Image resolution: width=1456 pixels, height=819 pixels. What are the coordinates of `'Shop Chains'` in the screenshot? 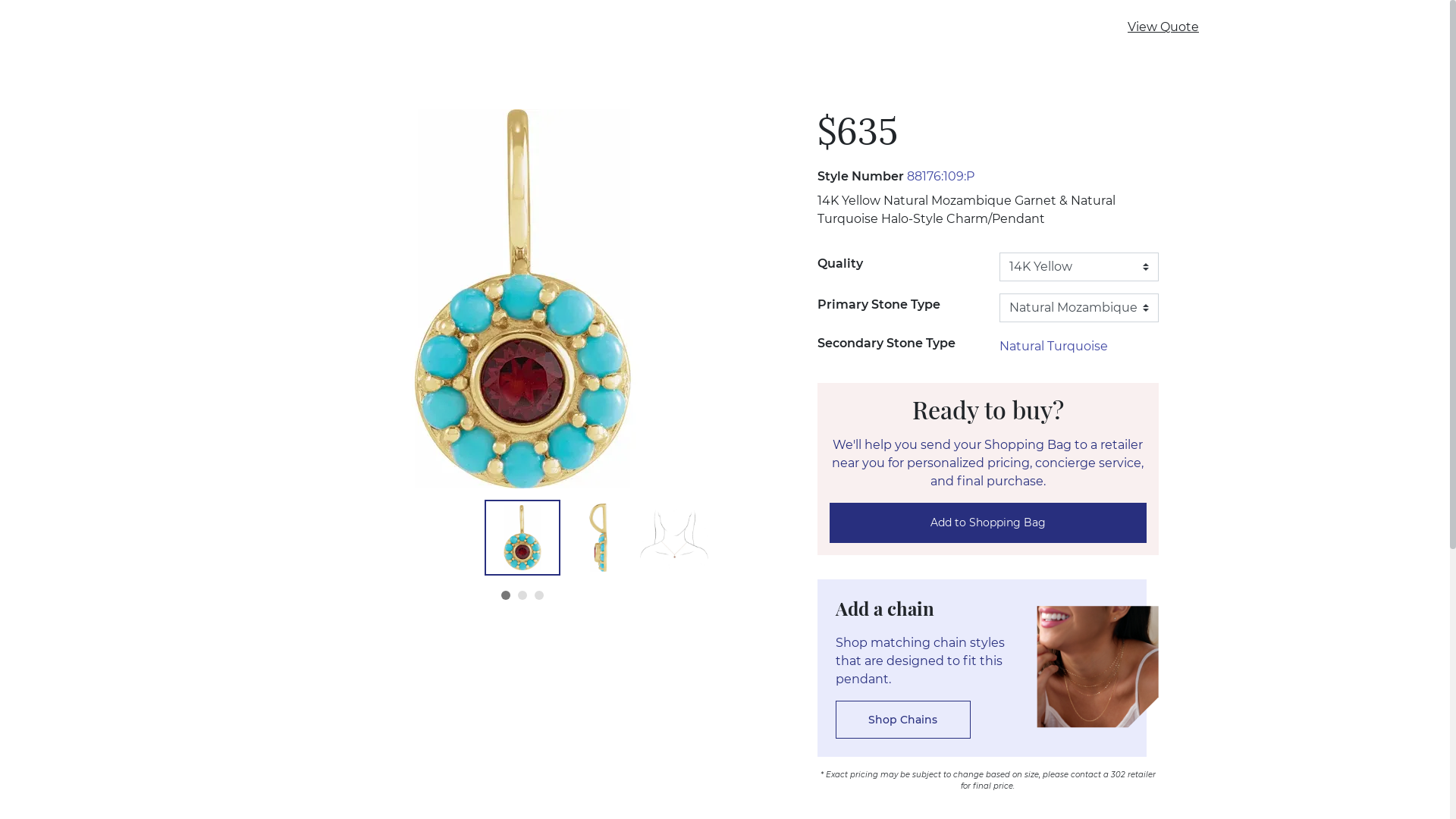 It's located at (902, 718).